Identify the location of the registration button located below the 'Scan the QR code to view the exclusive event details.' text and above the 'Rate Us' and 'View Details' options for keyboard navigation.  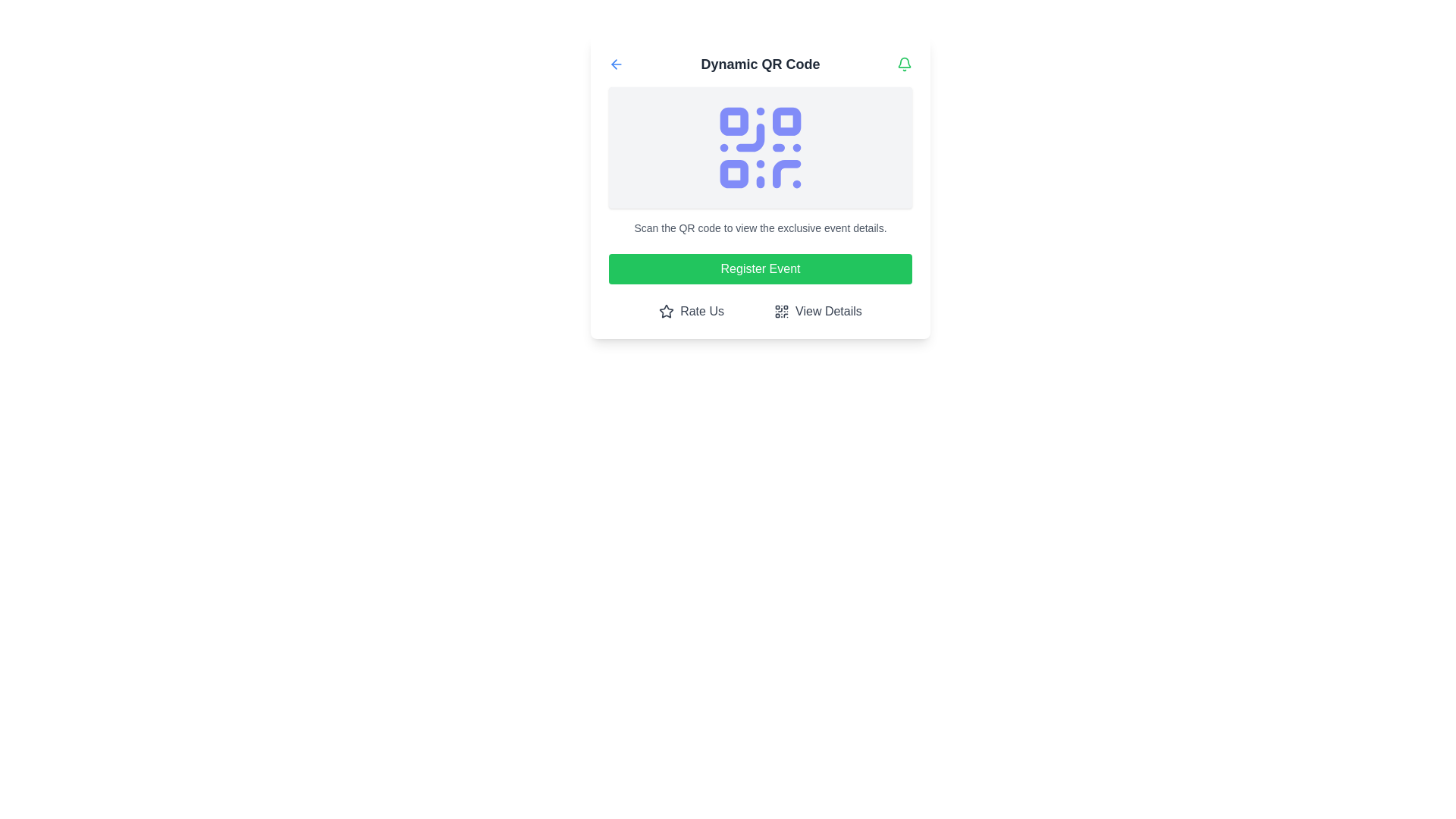
(761, 268).